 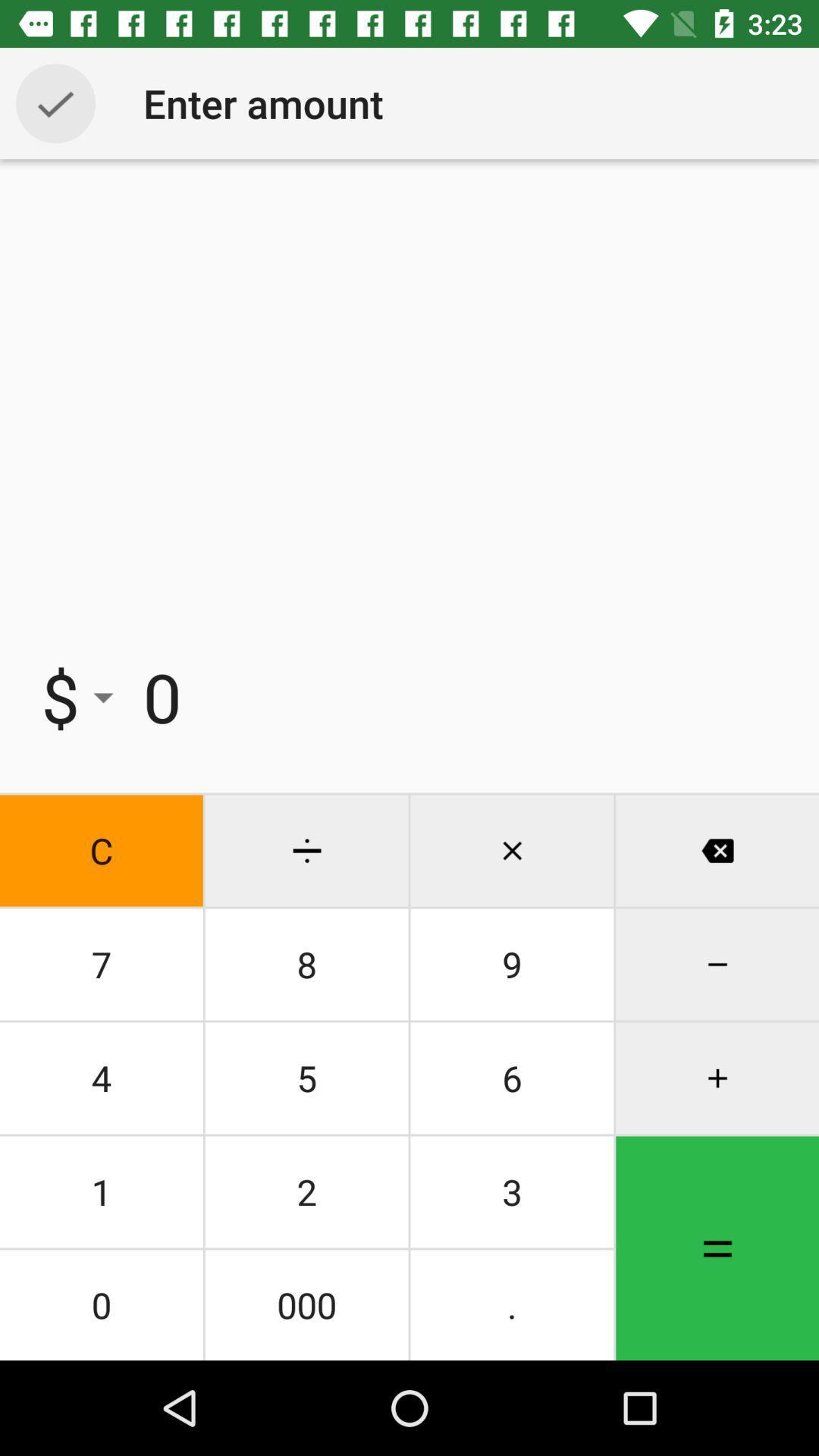 What do you see at coordinates (306, 1077) in the screenshot?
I see `the 5` at bounding box center [306, 1077].